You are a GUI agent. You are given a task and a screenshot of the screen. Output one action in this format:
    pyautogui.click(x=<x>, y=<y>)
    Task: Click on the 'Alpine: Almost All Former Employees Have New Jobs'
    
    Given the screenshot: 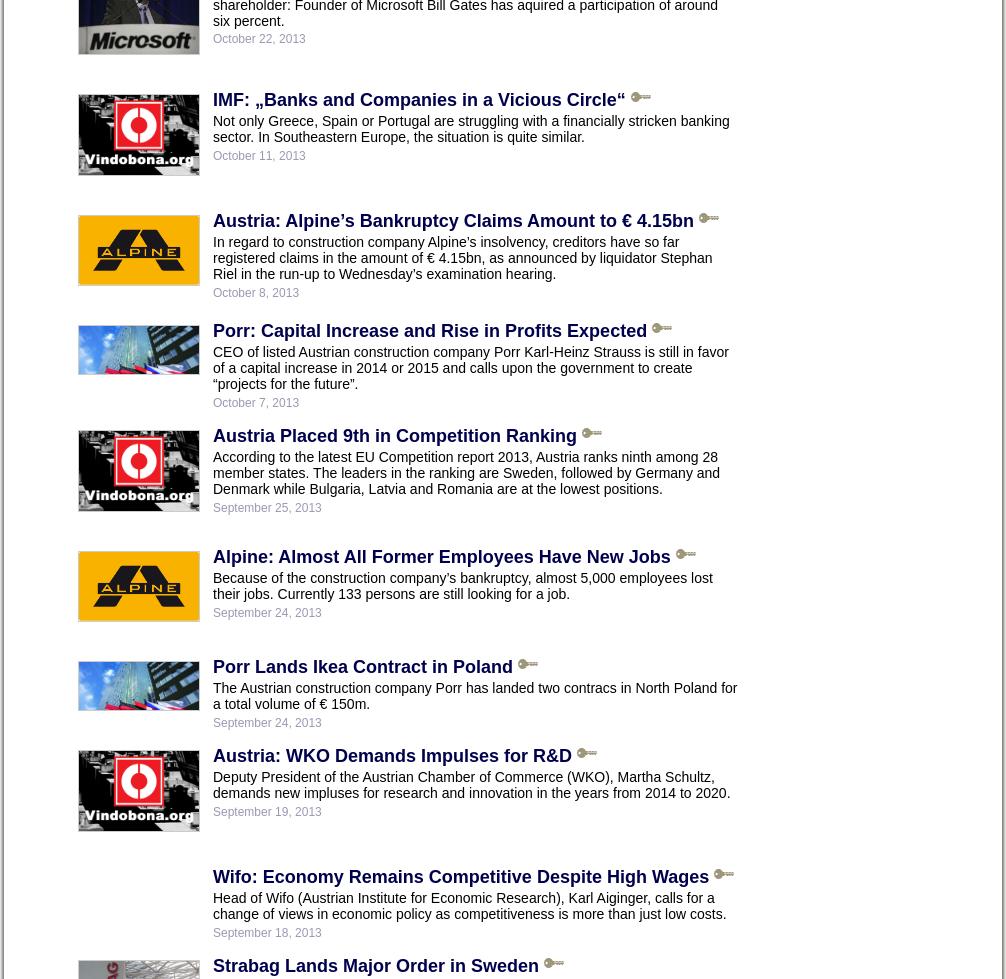 What is the action you would take?
    pyautogui.click(x=440, y=555)
    